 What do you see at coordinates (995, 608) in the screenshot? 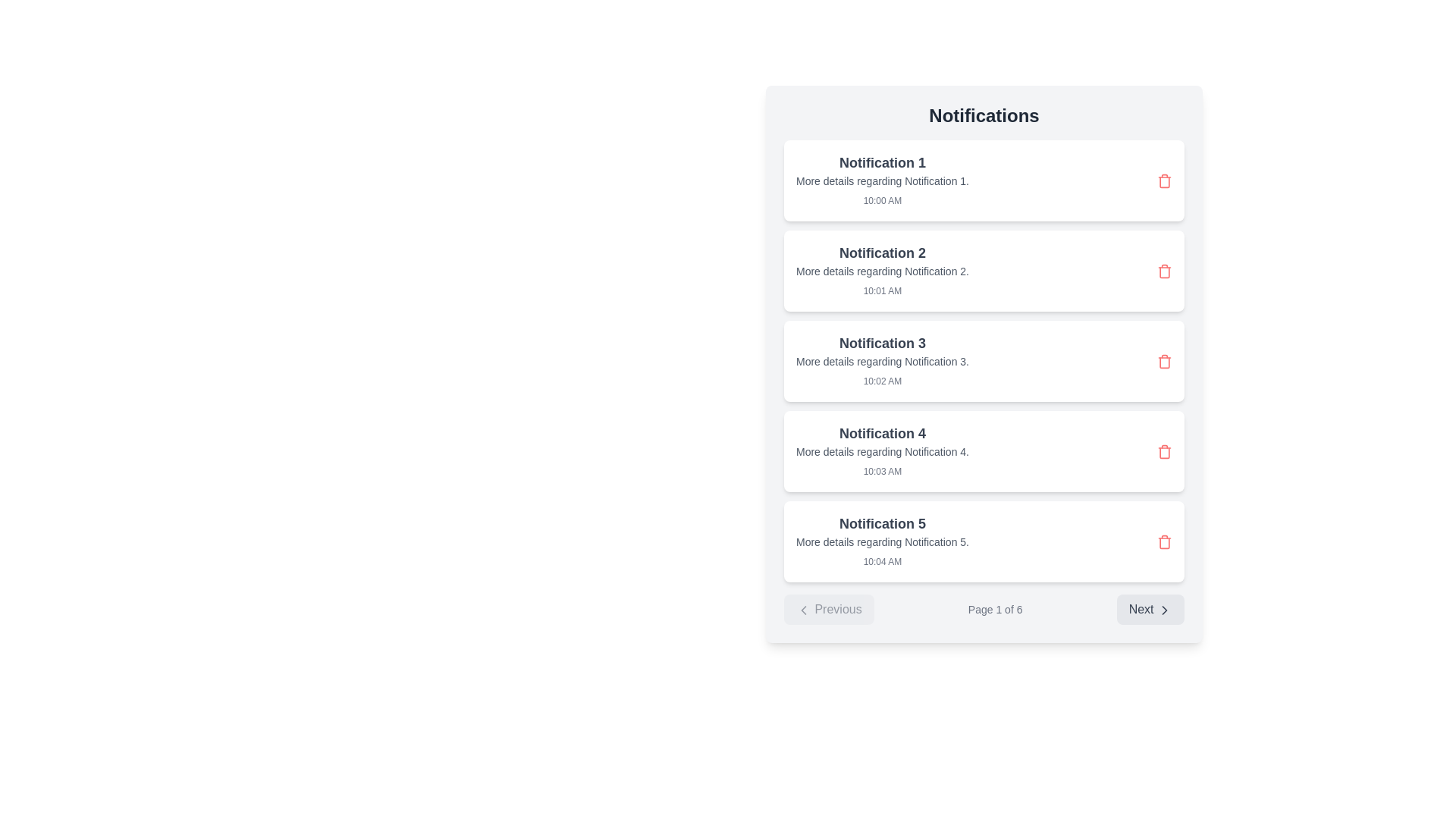
I see `the page indicator text label that displays '1 out of 6' within the navigation section at the bottom of the interface` at bounding box center [995, 608].